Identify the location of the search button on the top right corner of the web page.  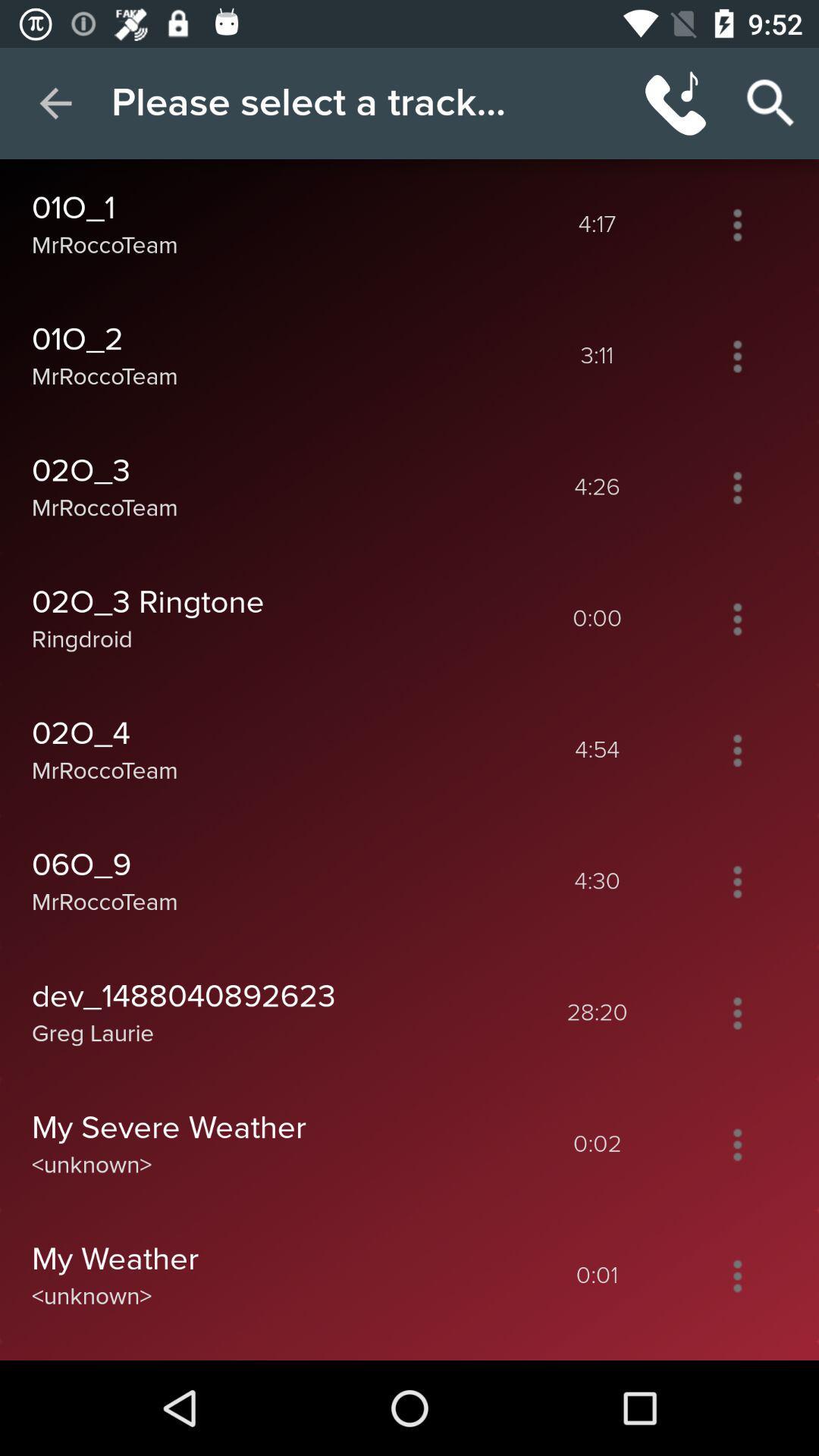
(771, 103).